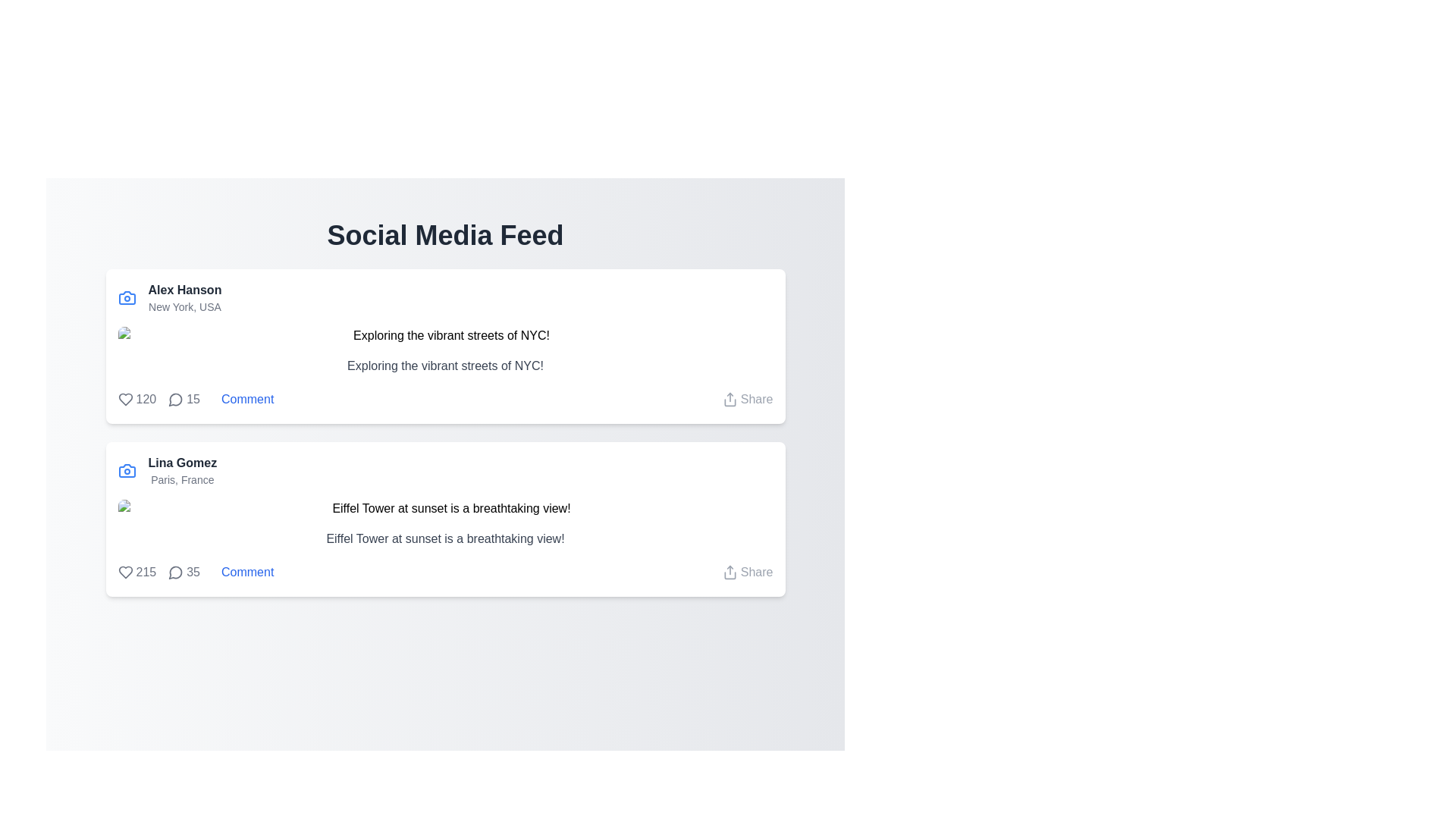  I want to click on displayed metrics of the Interactive Panel which includes the like count ('120') and comment count ('15') located beneath a user's post in the social media feed, so click(199, 399).